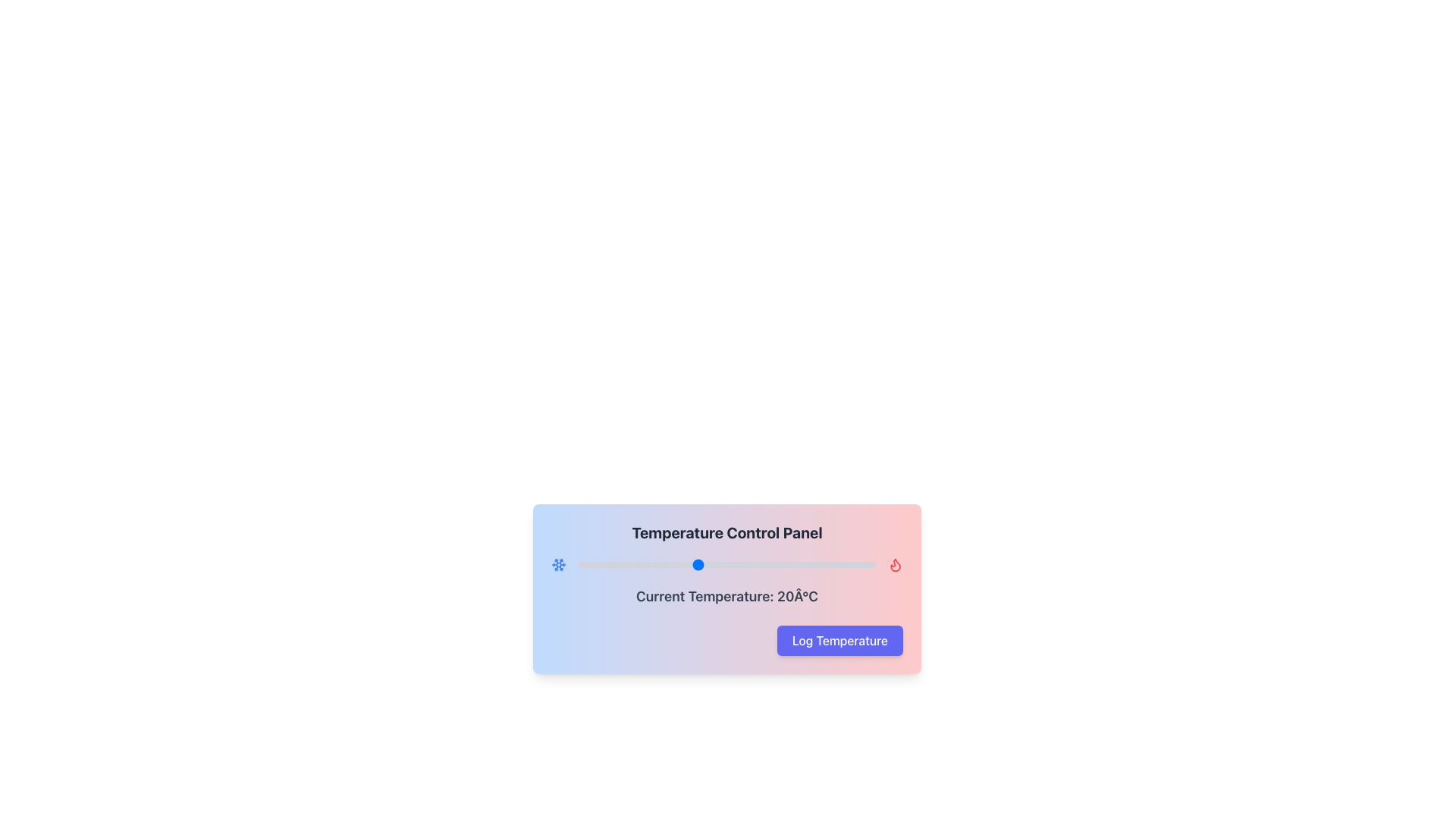 Image resolution: width=1456 pixels, height=819 pixels. I want to click on the header text labeled 'Temperature Control Panel', which is styled in bold, large size, and dark gray color, located at the top-center of the temperature control panel, so click(726, 532).